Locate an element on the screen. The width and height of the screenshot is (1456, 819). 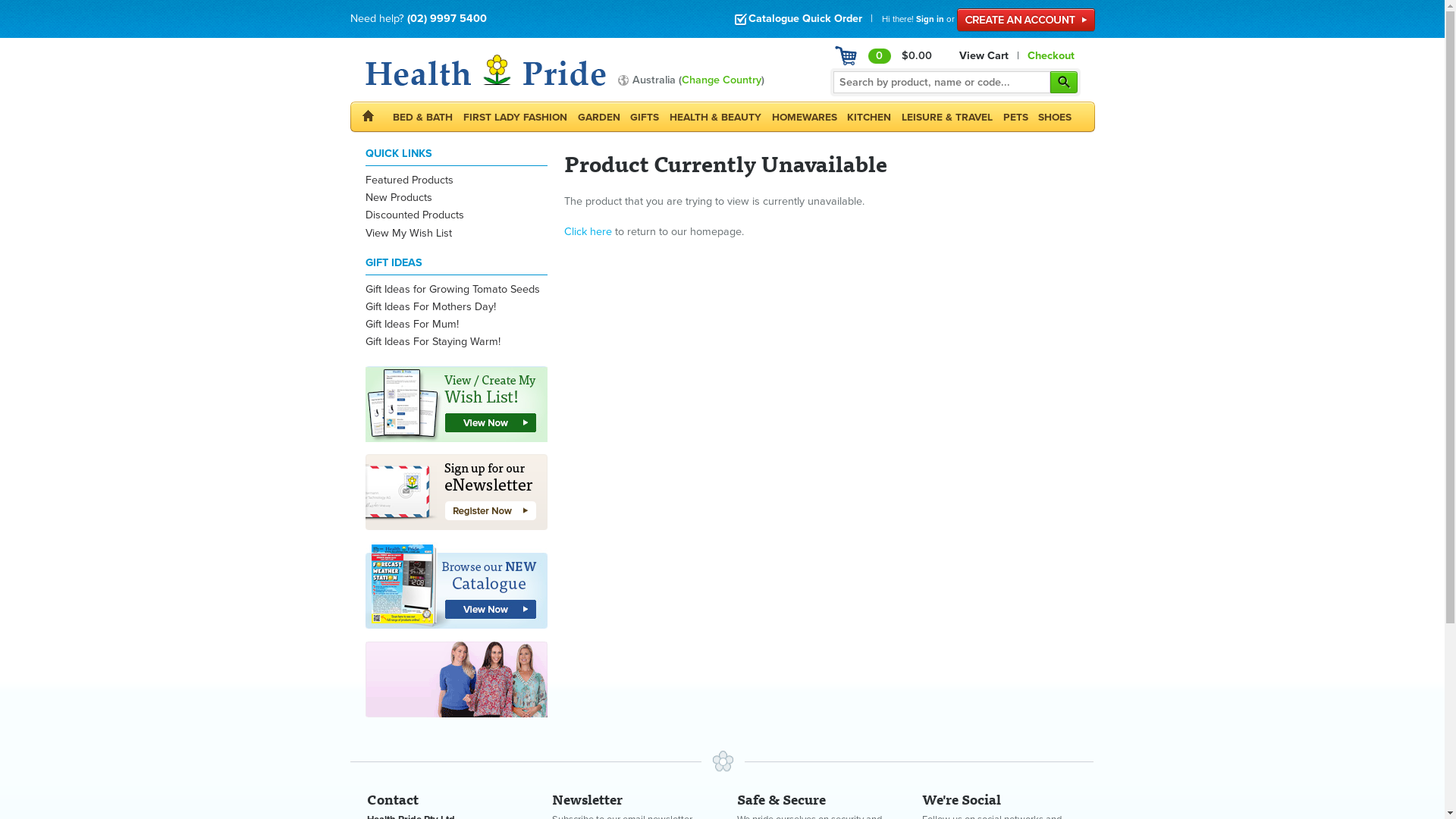
'HOMEWARES' is located at coordinates (803, 116).